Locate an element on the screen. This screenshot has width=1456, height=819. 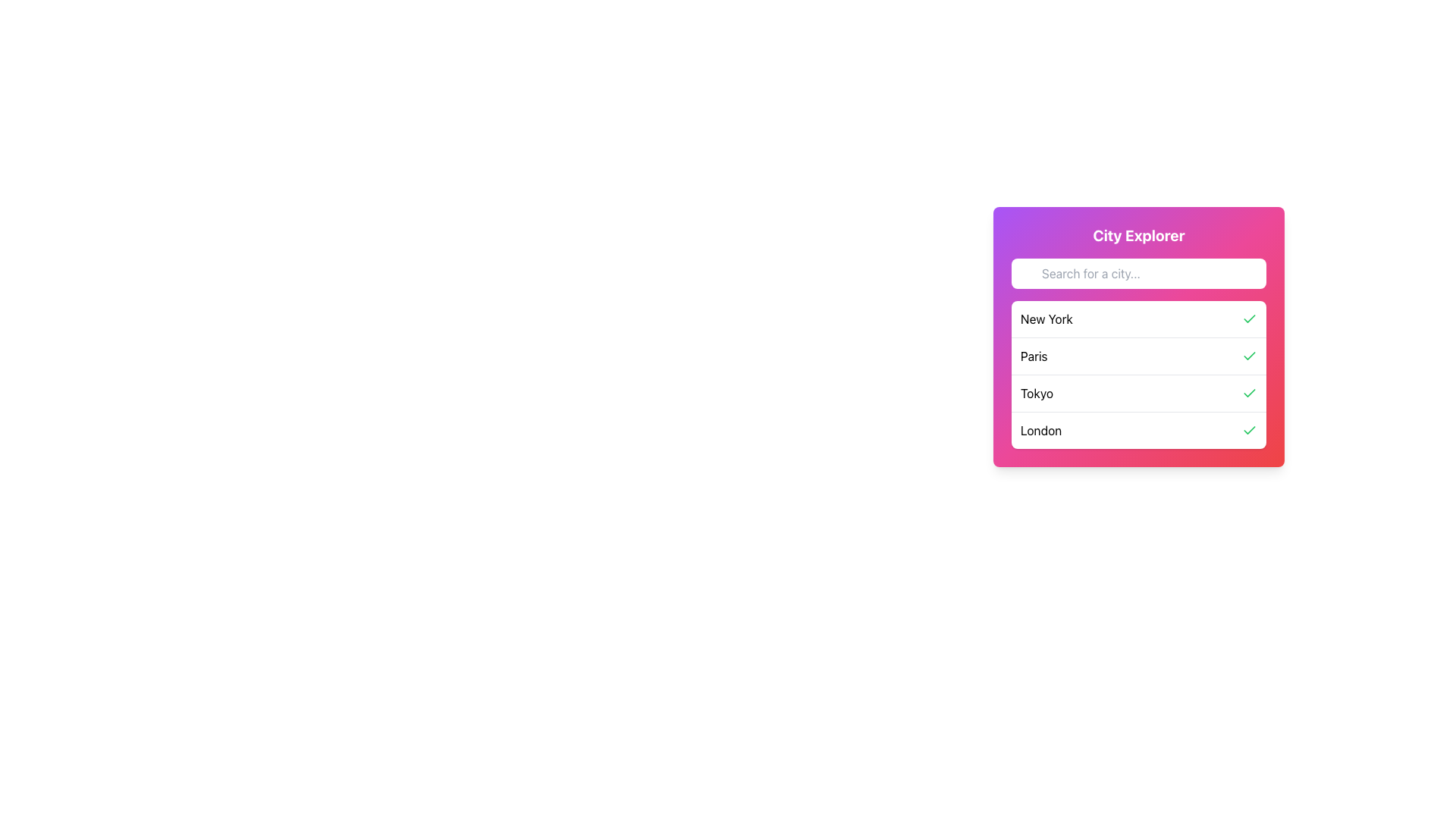
the magnifying glass icon that indicates the search functionality associated with the input field is located at coordinates (1030, 277).